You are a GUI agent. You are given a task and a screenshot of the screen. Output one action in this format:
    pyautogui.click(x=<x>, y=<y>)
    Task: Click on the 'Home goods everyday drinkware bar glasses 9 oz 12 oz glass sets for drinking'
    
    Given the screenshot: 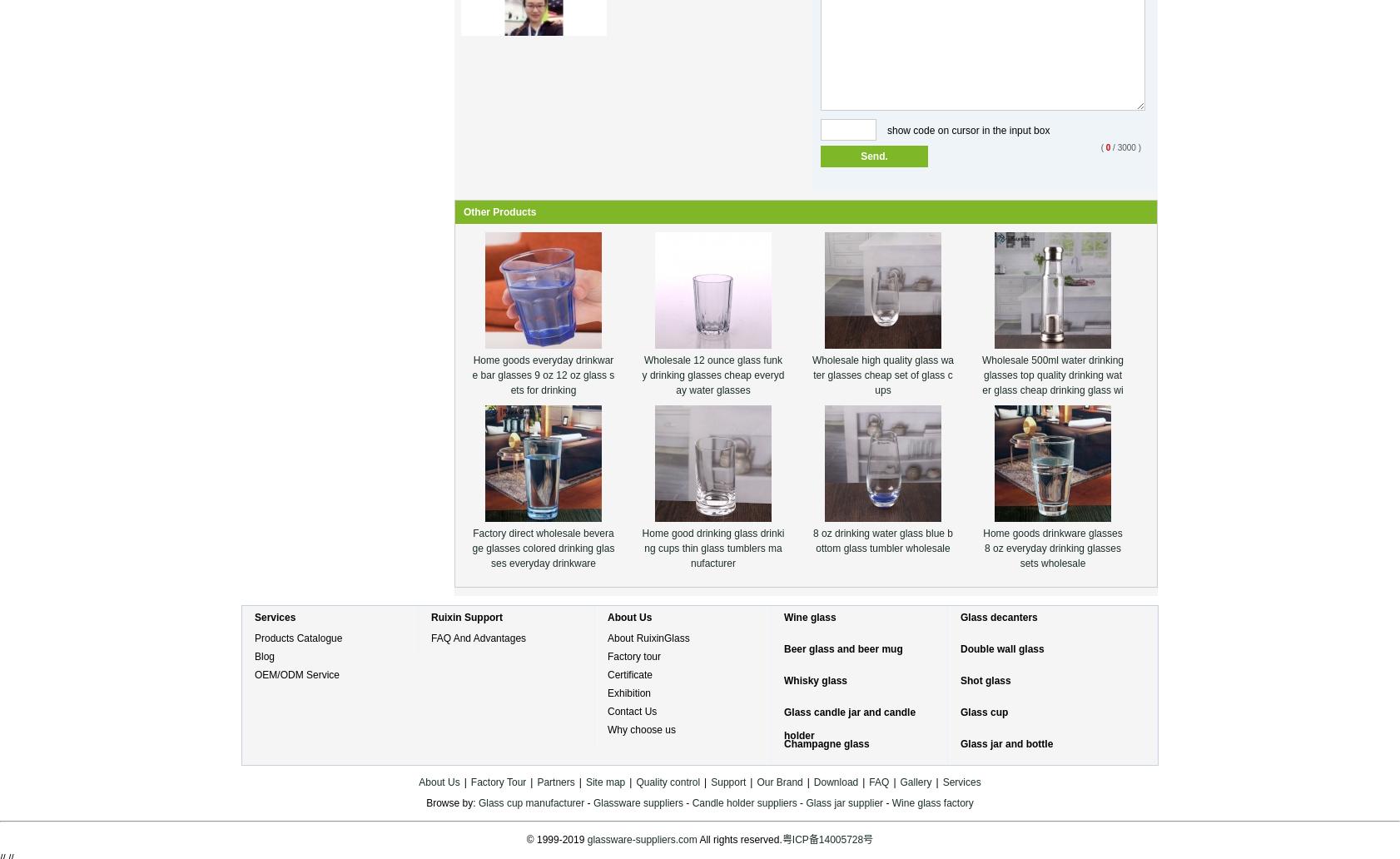 What is the action you would take?
    pyautogui.click(x=543, y=374)
    